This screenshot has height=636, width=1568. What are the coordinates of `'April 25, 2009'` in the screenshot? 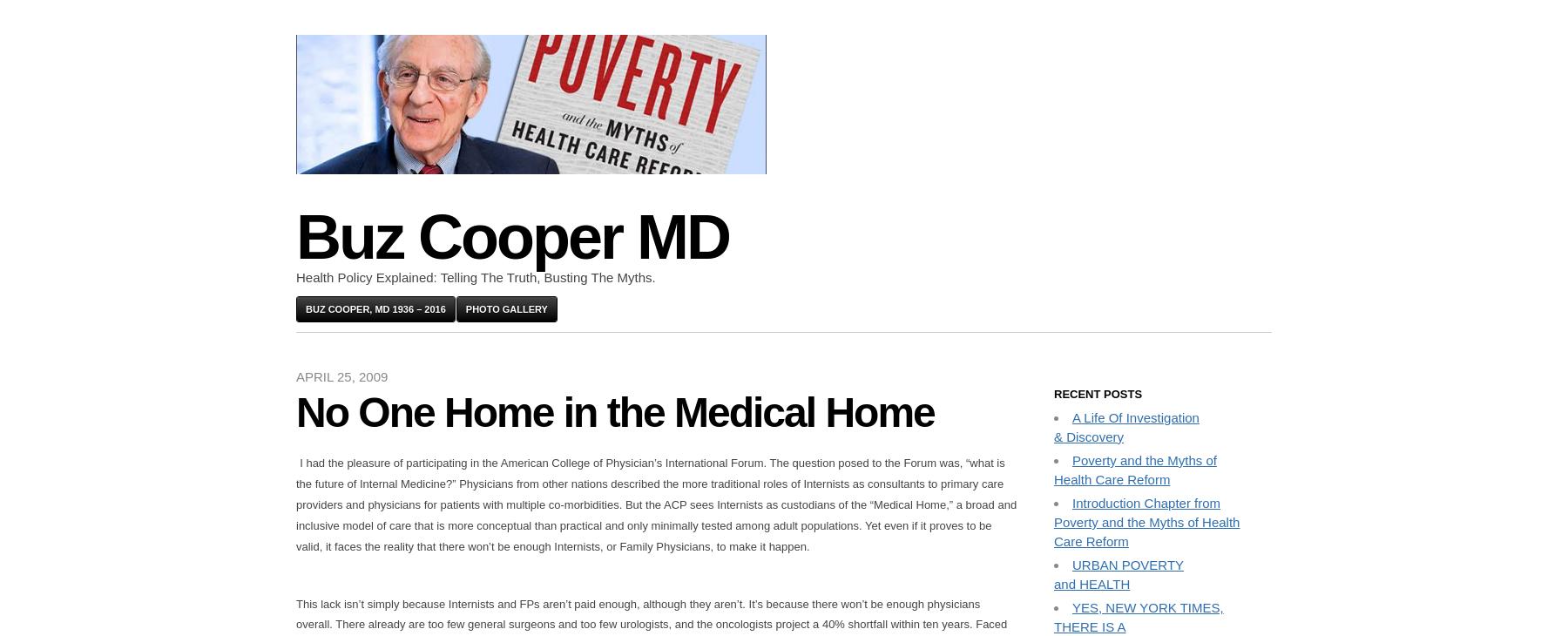 It's located at (341, 376).